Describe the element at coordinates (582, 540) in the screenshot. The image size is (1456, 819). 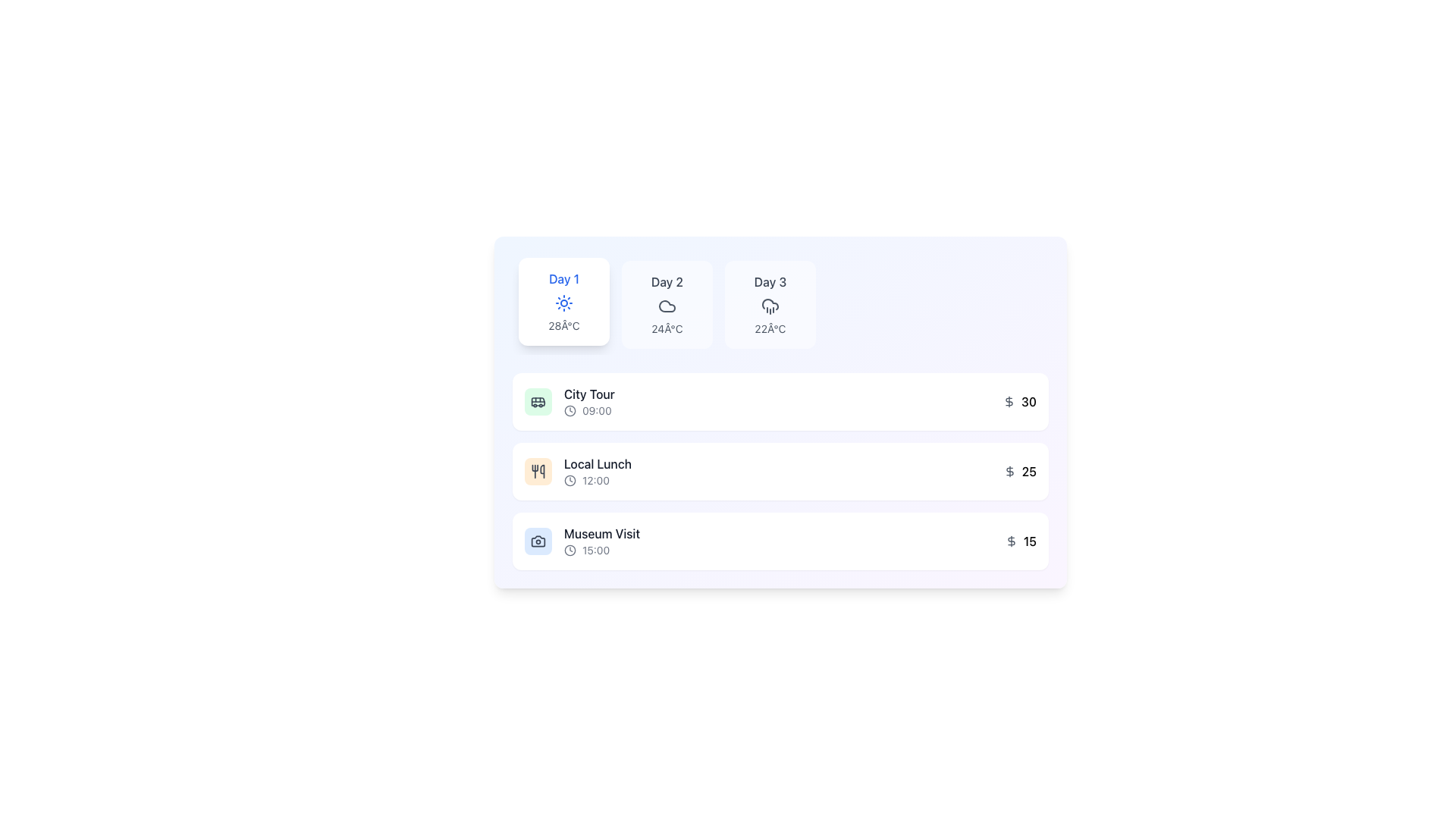
I see `title 'Museum Visit' and the time '15:00' from the third list item in the vertical activities list` at that location.